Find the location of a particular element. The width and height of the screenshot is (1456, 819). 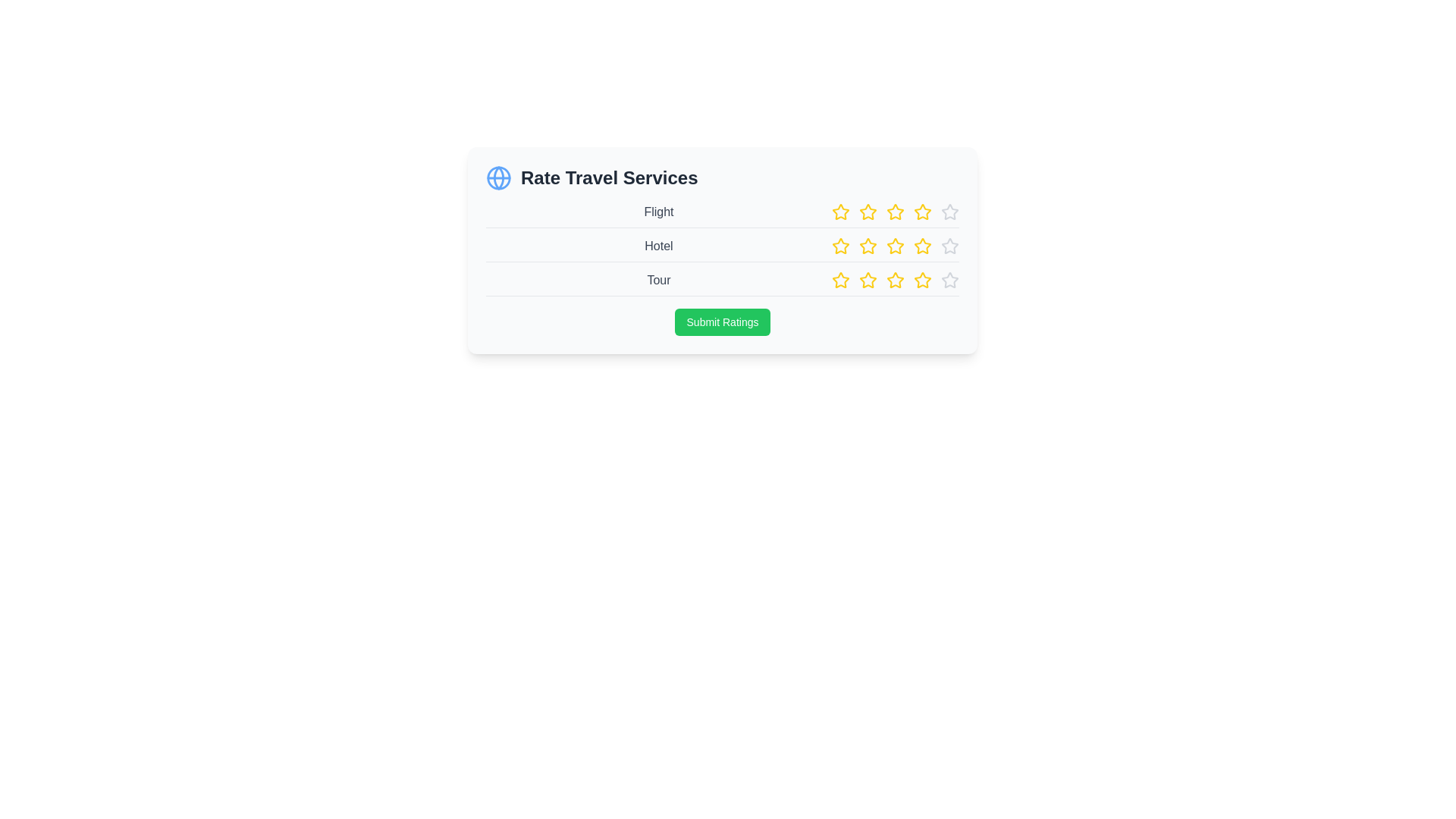

the fourth star icon representing the rating level for the 'Flight' service in the 'Rate Travel Services' panel is located at coordinates (895, 212).